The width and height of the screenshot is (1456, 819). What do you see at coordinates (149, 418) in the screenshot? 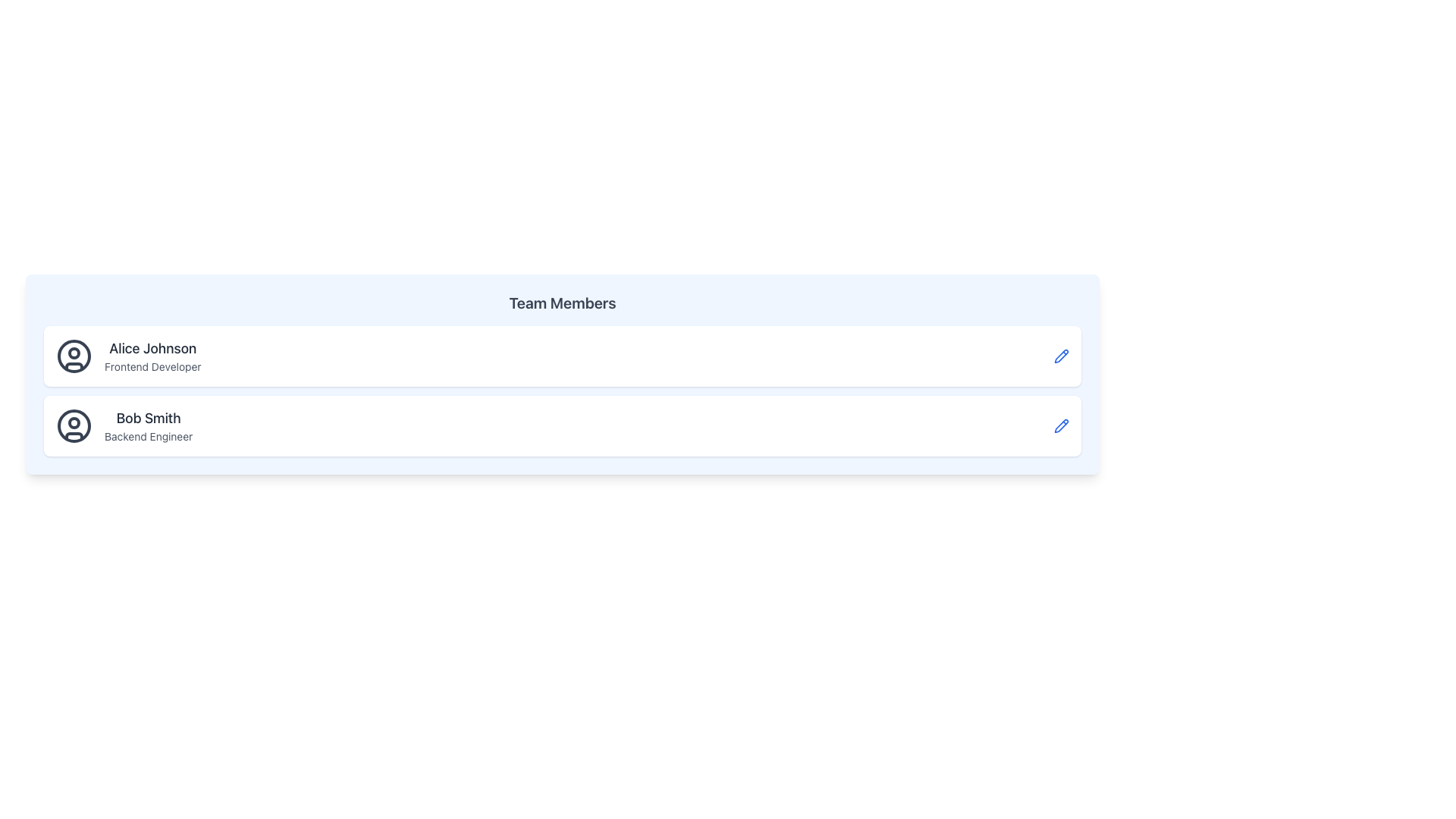
I see `the text label that displays 'Bob Smith' in bold, medium-sized dark gray font, located in the second card of the team members list, above the 'Backend Engineer' text` at bounding box center [149, 418].